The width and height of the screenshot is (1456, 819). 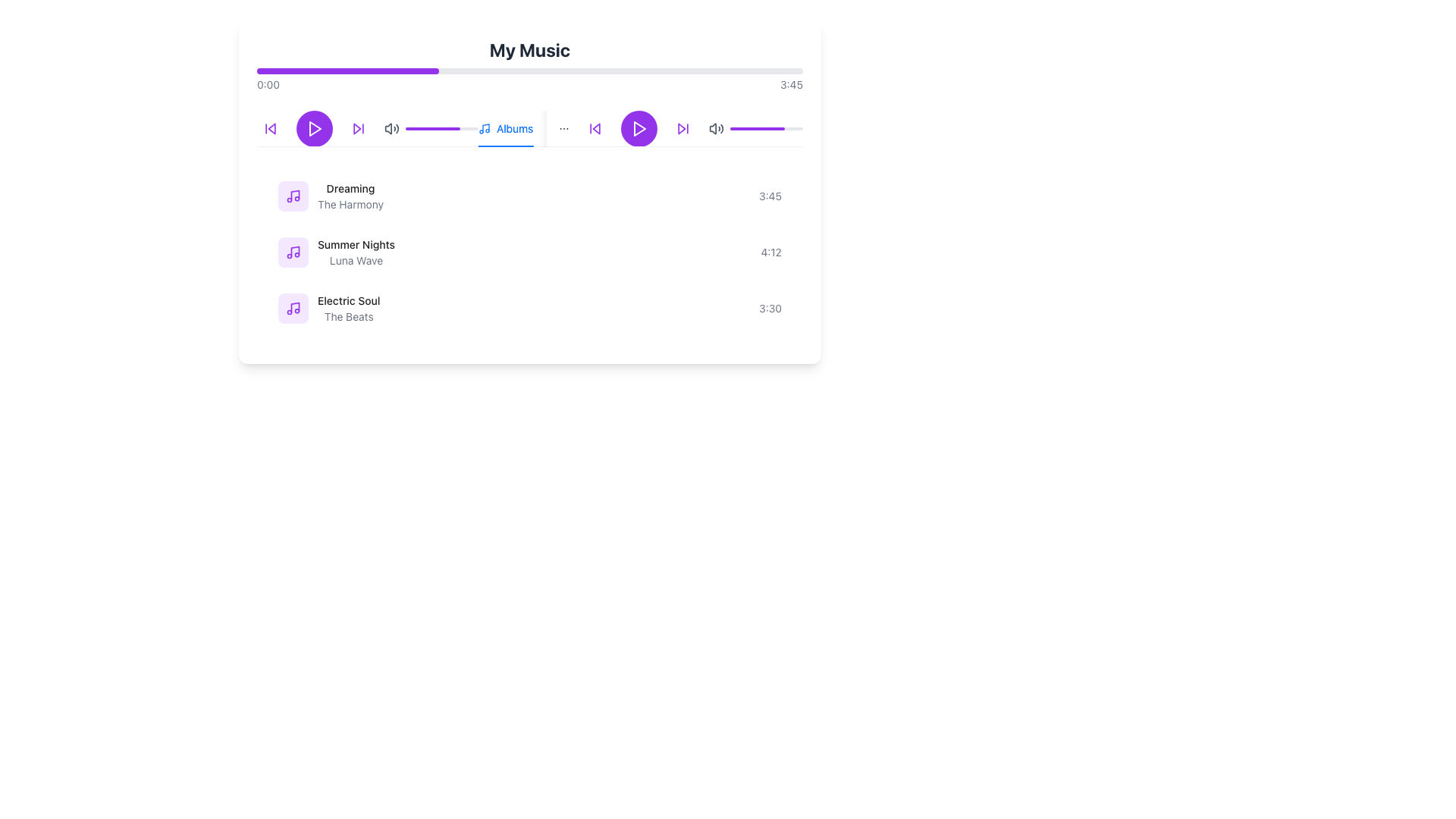 I want to click on playback position, so click(x=447, y=127).